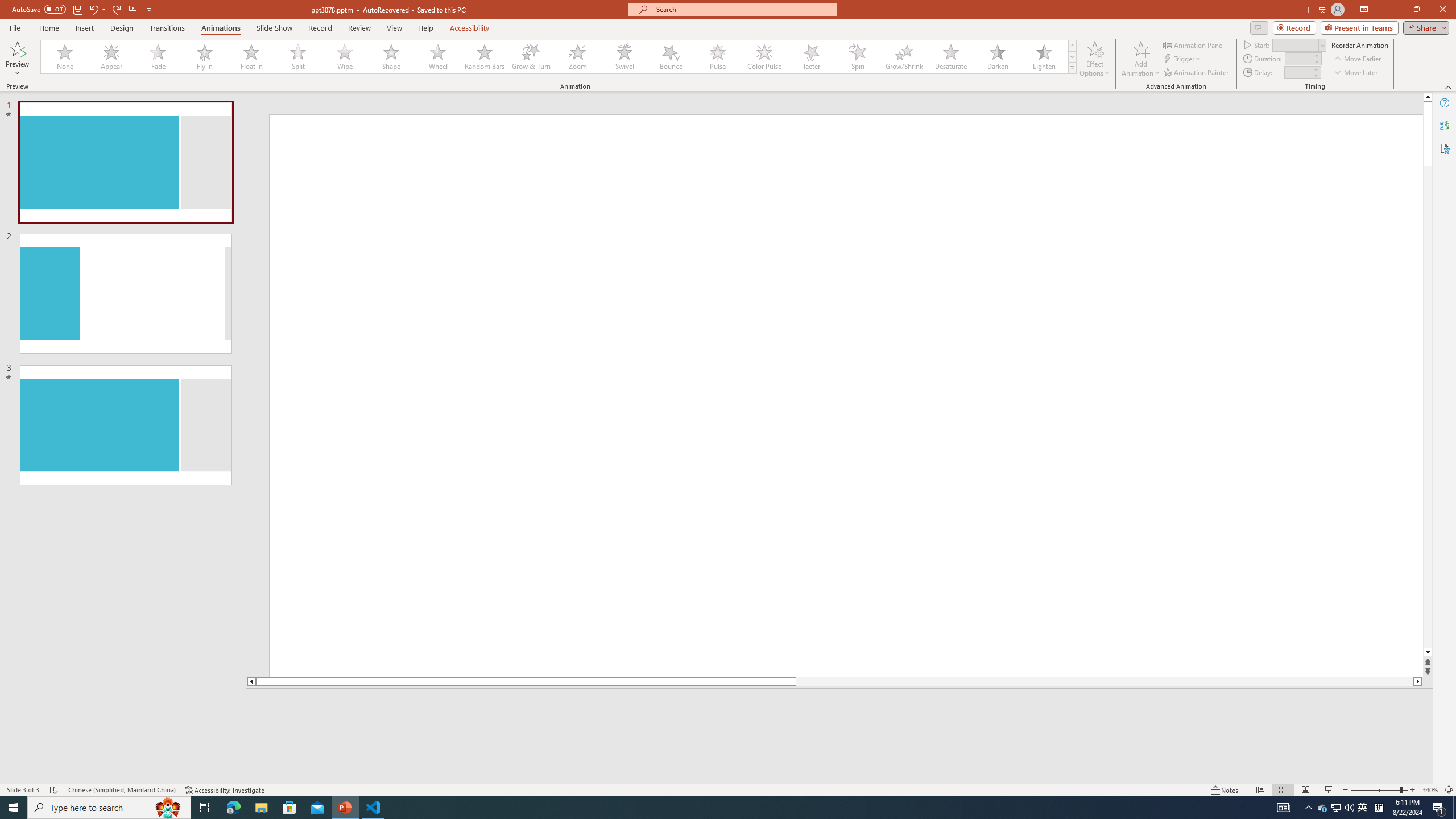 The height and width of the screenshot is (819, 1456). I want to click on 'Lighten', so click(1043, 56).